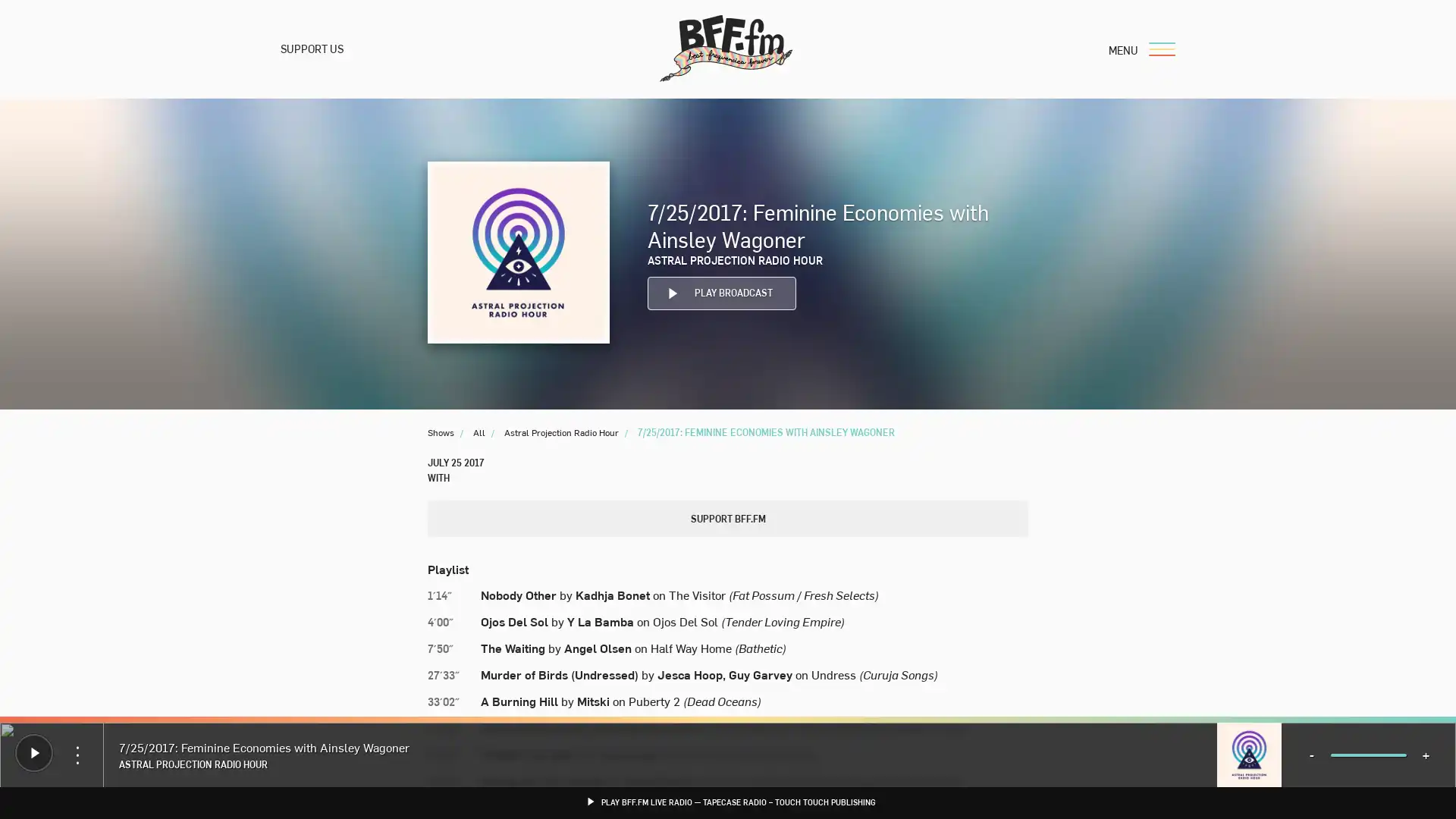  What do you see at coordinates (720, 293) in the screenshot?
I see `Play PLAY BROADCAST` at bounding box center [720, 293].